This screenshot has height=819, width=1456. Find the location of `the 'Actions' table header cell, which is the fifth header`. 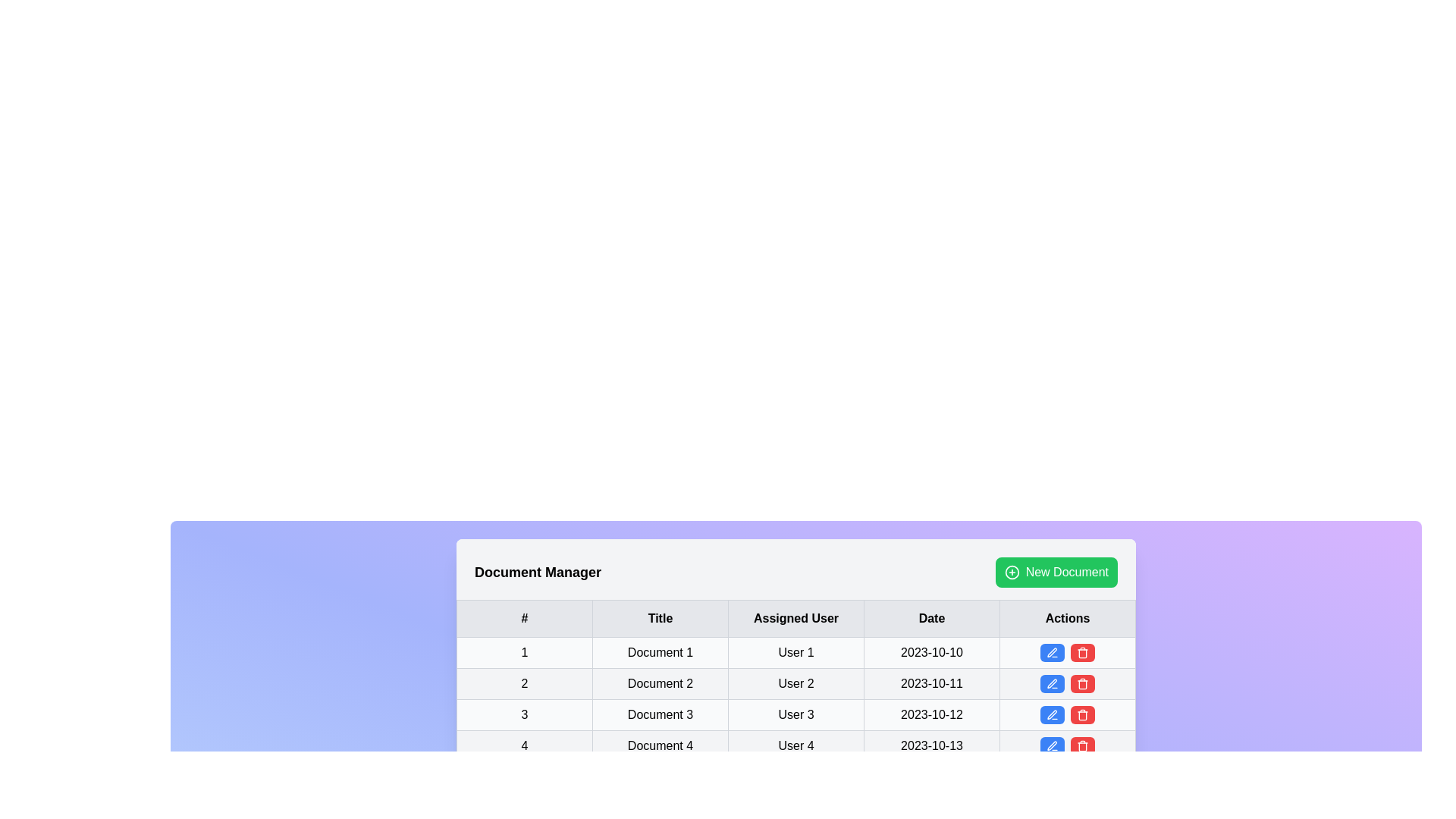

the 'Actions' table header cell, which is the fifth header is located at coordinates (1066, 619).